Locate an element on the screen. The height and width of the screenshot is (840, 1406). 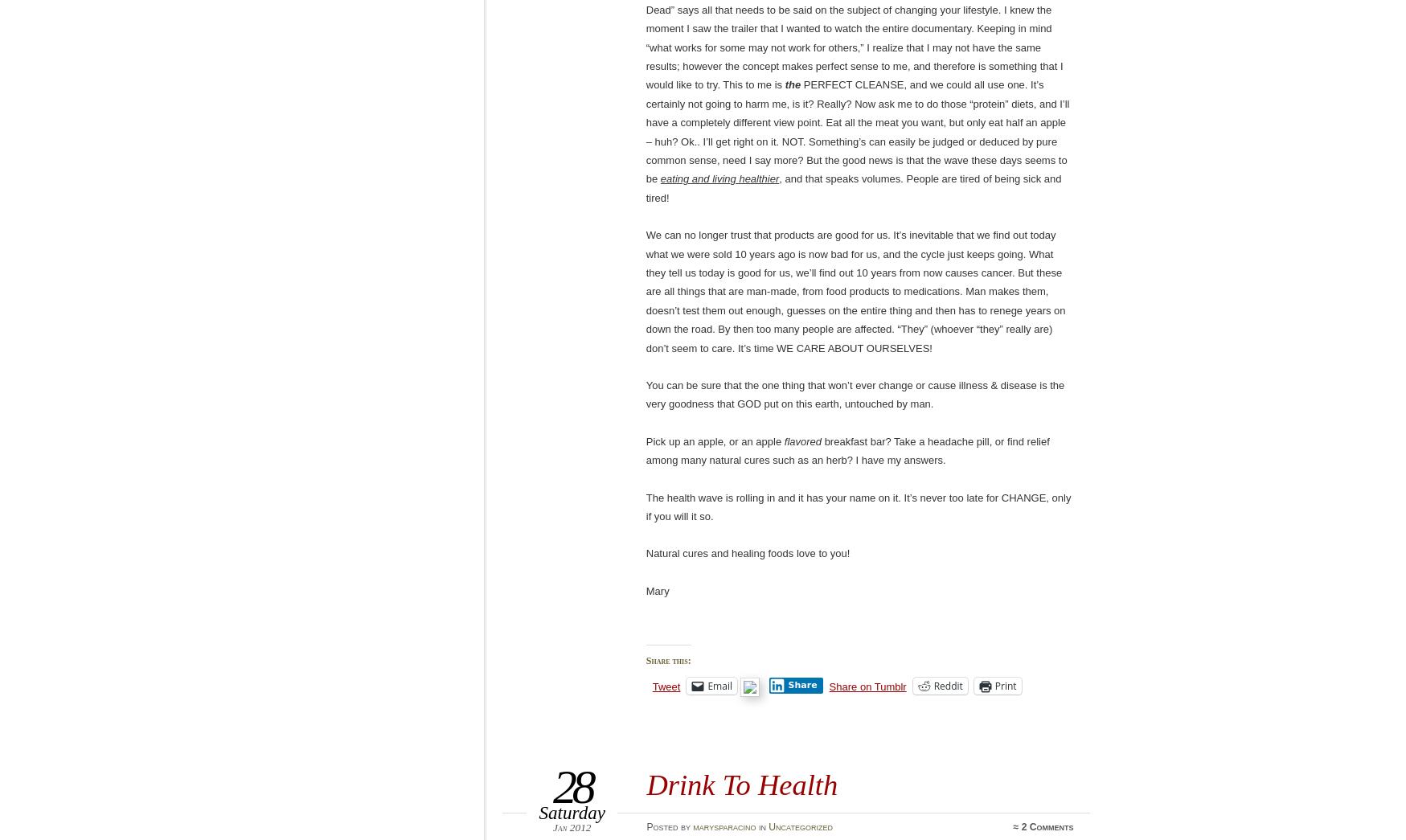
'the' is located at coordinates (792, 84).